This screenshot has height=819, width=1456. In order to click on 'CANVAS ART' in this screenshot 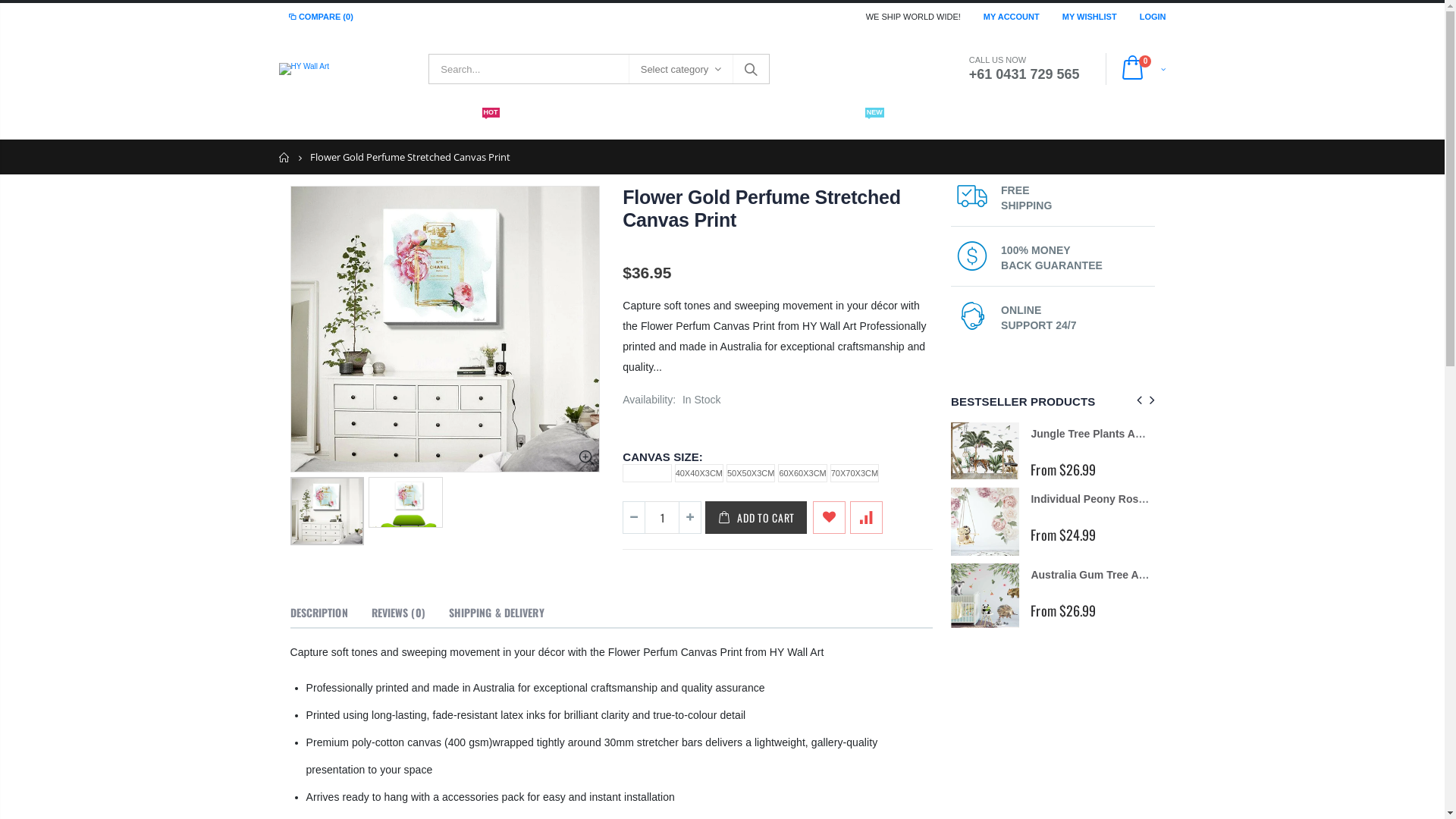, I will do `click(604, 122)`.